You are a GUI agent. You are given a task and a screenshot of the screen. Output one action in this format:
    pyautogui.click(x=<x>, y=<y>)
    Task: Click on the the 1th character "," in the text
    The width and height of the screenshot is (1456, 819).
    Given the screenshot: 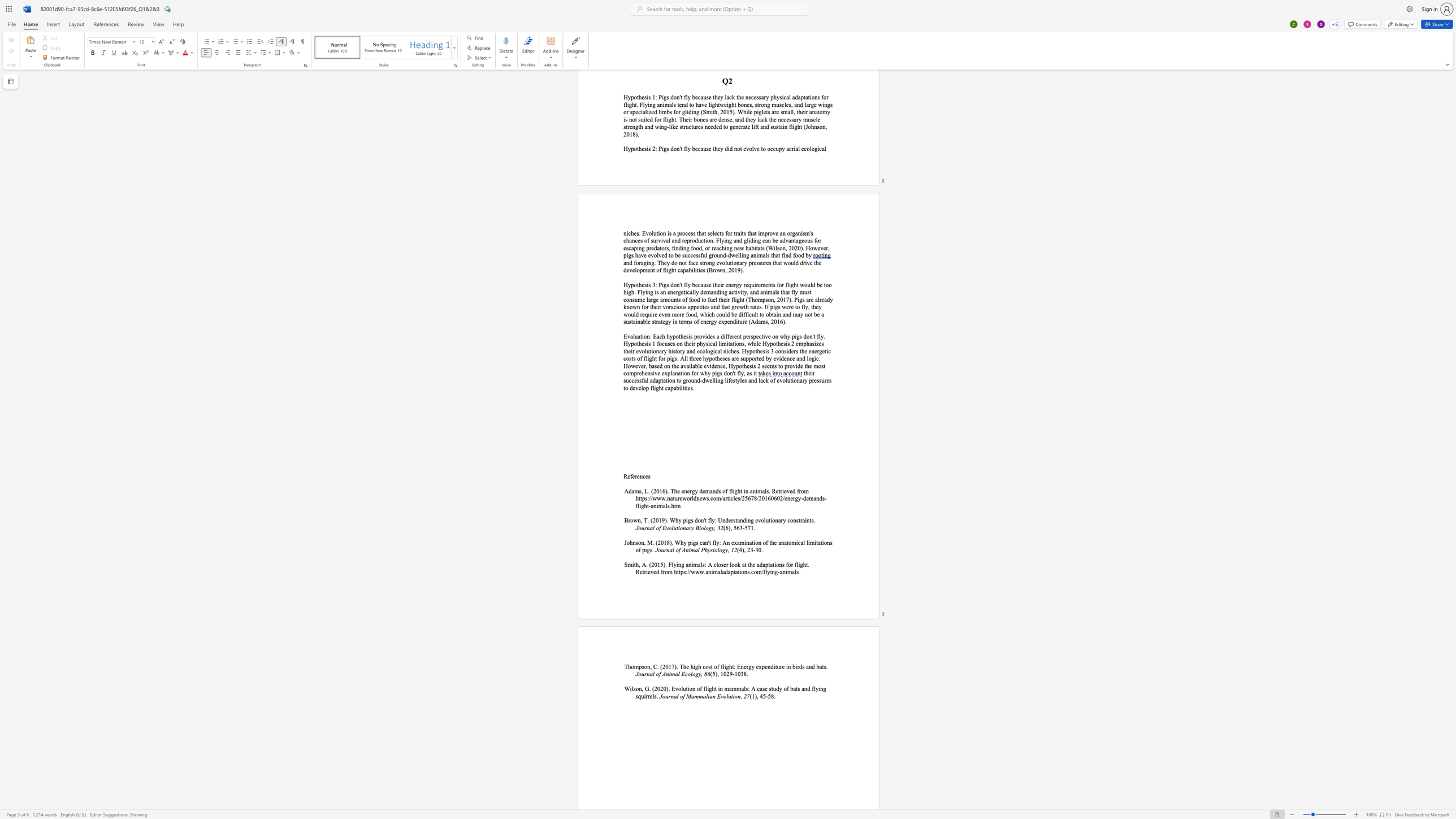 What is the action you would take?
    pyautogui.click(x=757, y=696)
    